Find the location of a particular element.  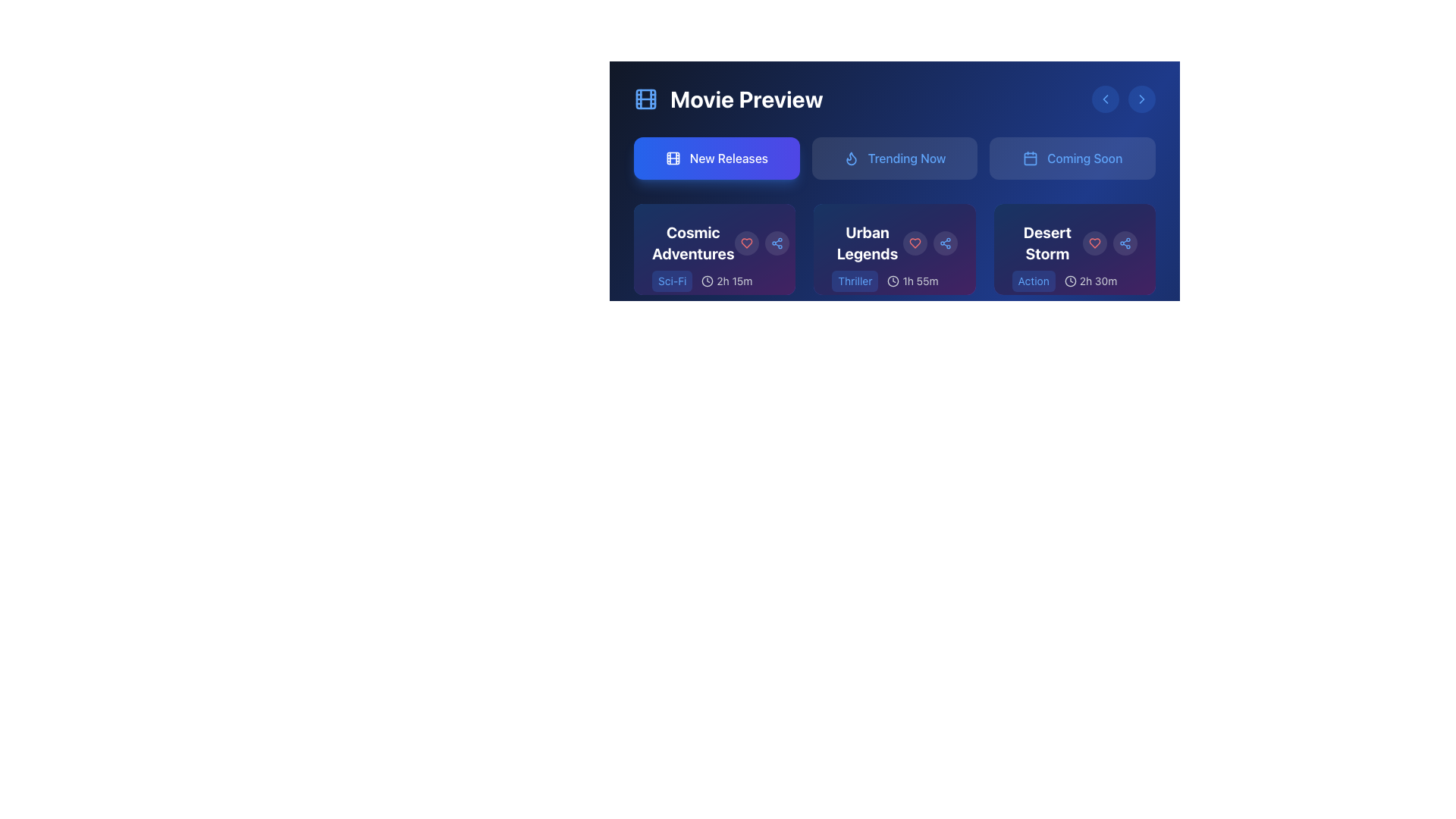

the decorative SVG rectangle element that is part of the film reel icon located at the top-left corner of the interface is located at coordinates (645, 99).